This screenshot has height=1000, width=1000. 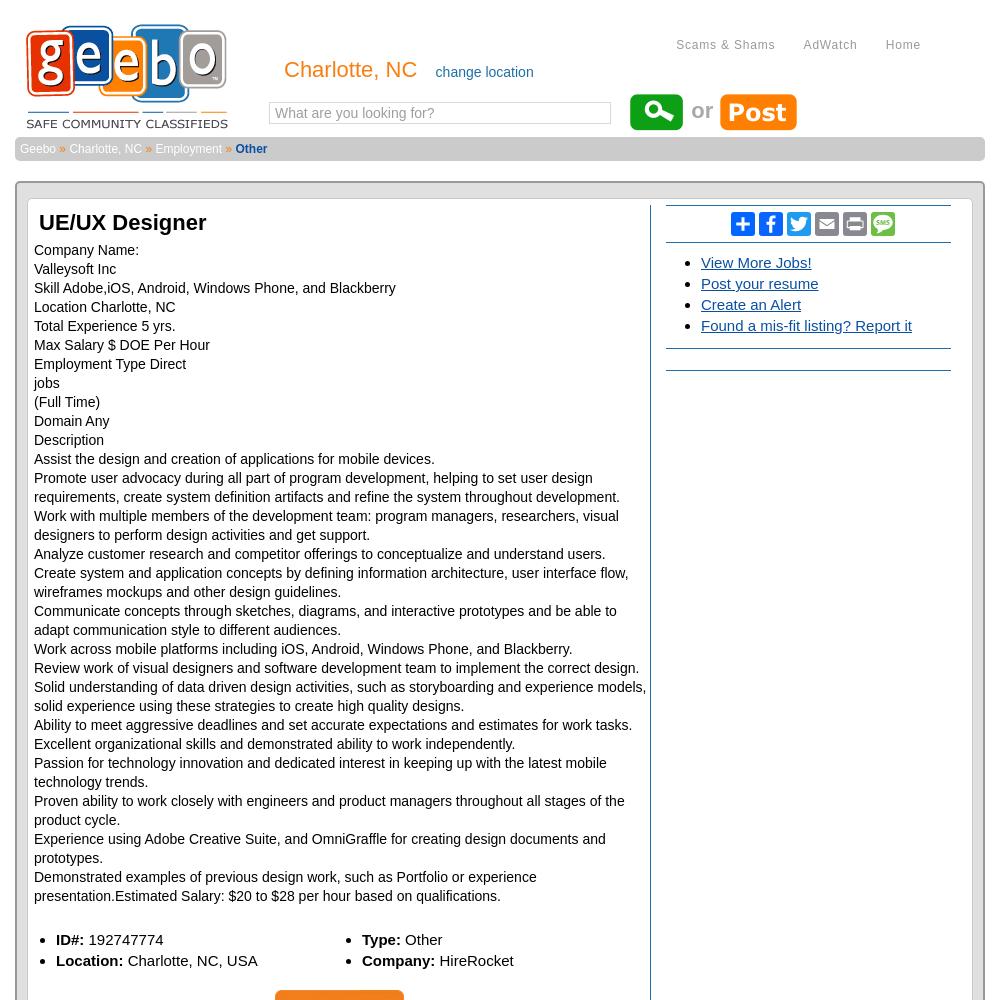 What do you see at coordinates (68, 149) in the screenshot?
I see `'Charlotte, NC'` at bounding box center [68, 149].